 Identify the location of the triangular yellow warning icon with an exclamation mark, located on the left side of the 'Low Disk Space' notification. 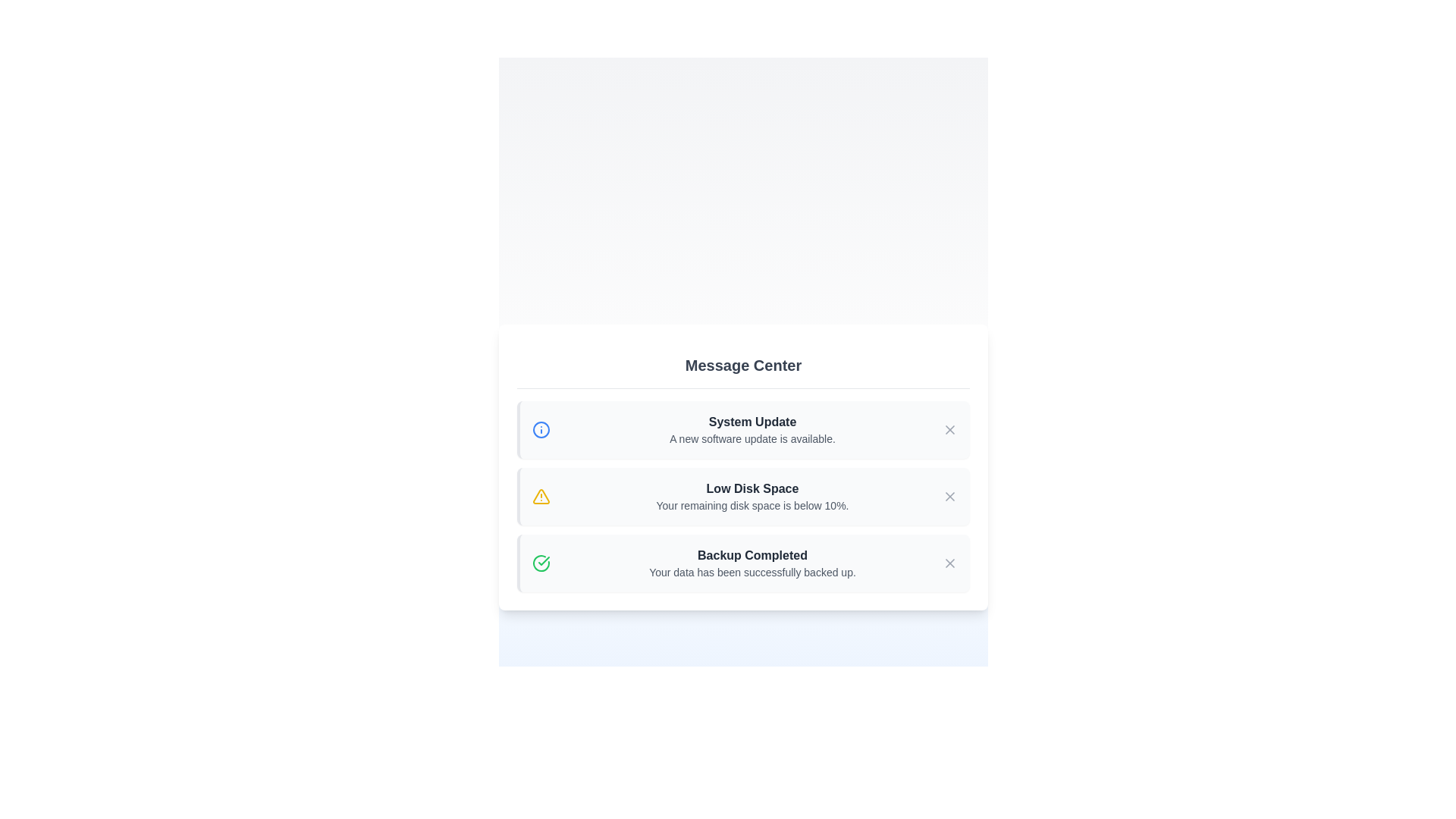
(541, 496).